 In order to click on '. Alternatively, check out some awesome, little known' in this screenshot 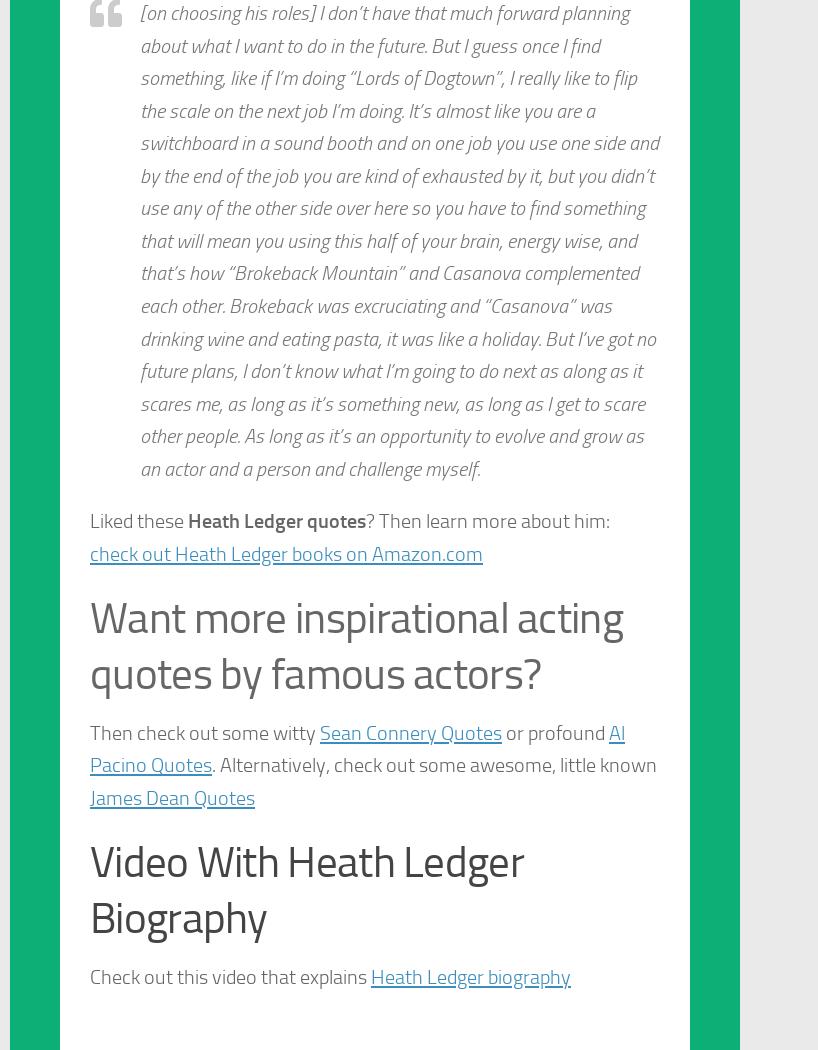, I will do `click(212, 765)`.